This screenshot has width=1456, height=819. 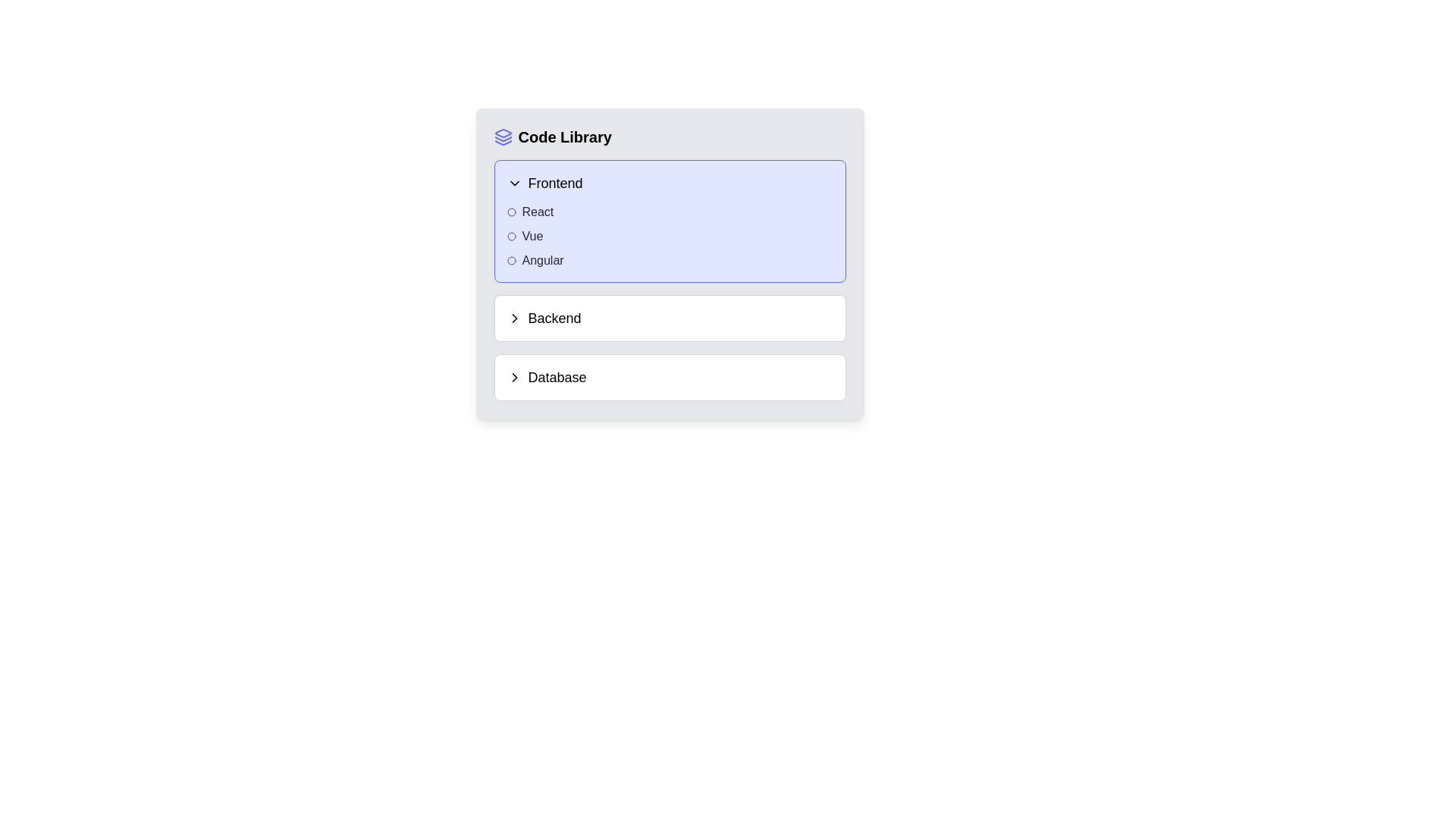 What do you see at coordinates (511, 212) in the screenshot?
I see `the SVG-based circle element that indicates the selection of the 'React' option, located to the left of the 'React' text label in the 'Frontend' section under 'Code Library'` at bounding box center [511, 212].